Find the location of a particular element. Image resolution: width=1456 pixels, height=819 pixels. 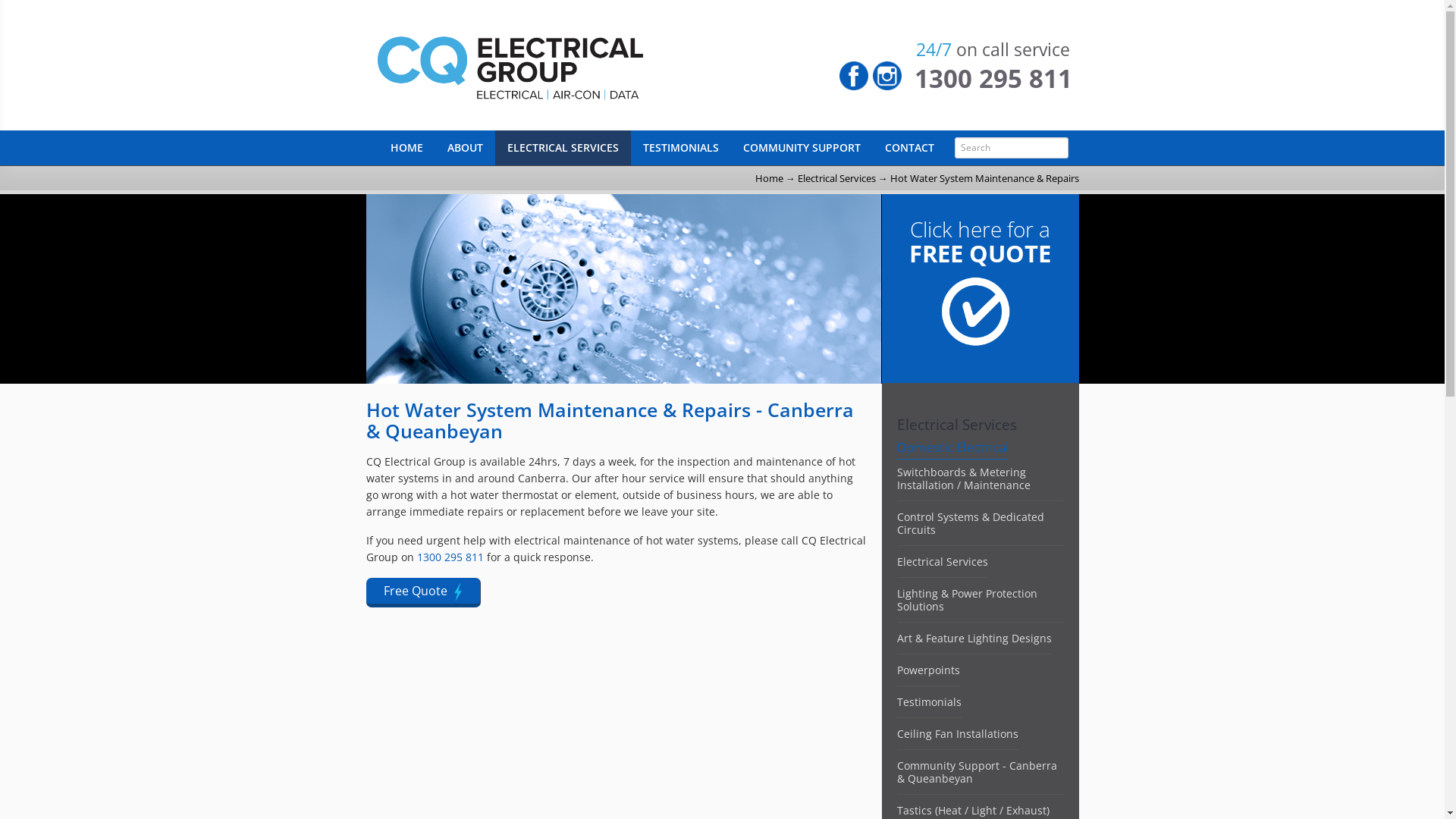

'Powerpoints' is located at coordinates (927, 669).